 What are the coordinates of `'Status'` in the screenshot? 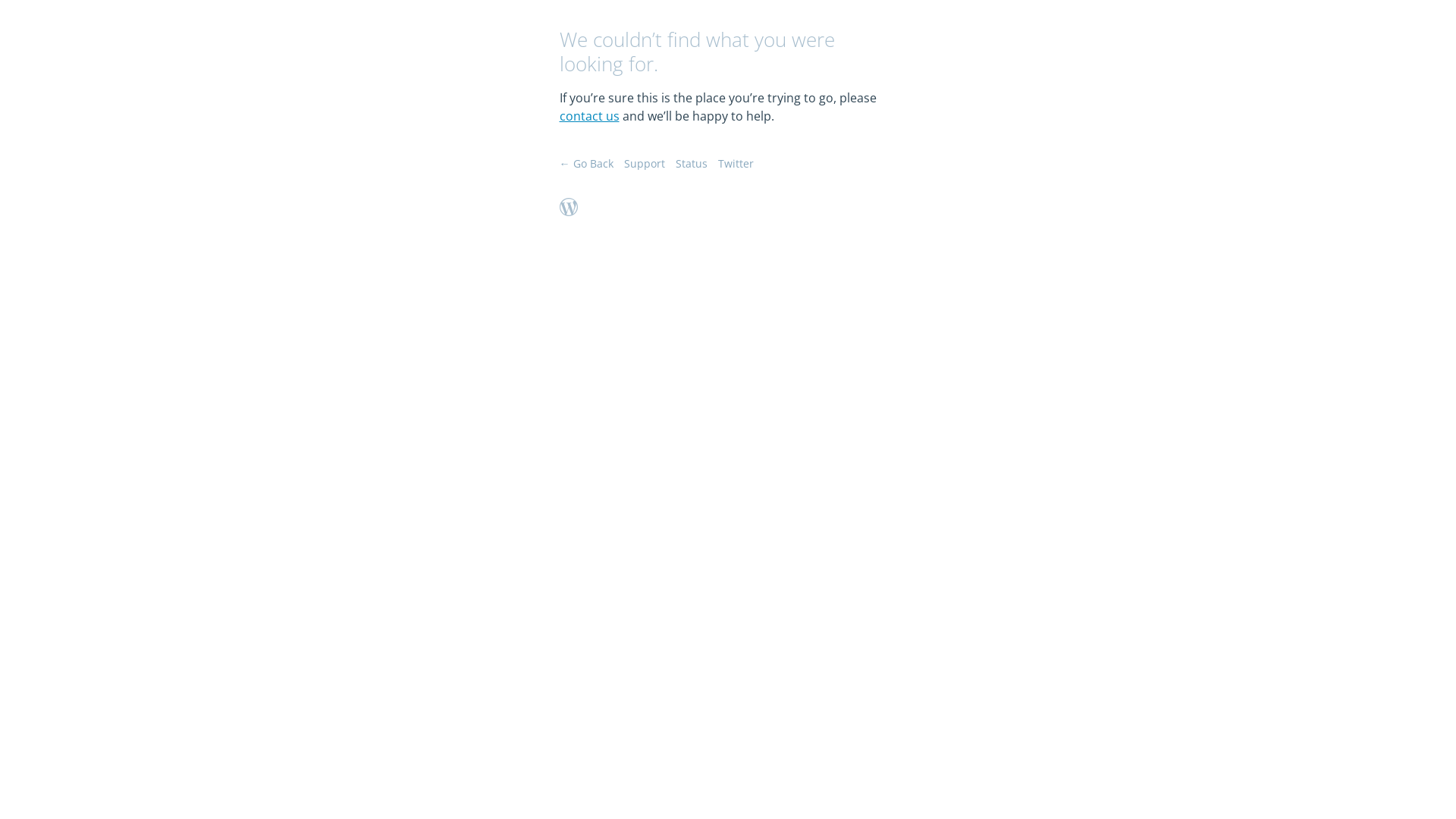 It's located at (690, 163).